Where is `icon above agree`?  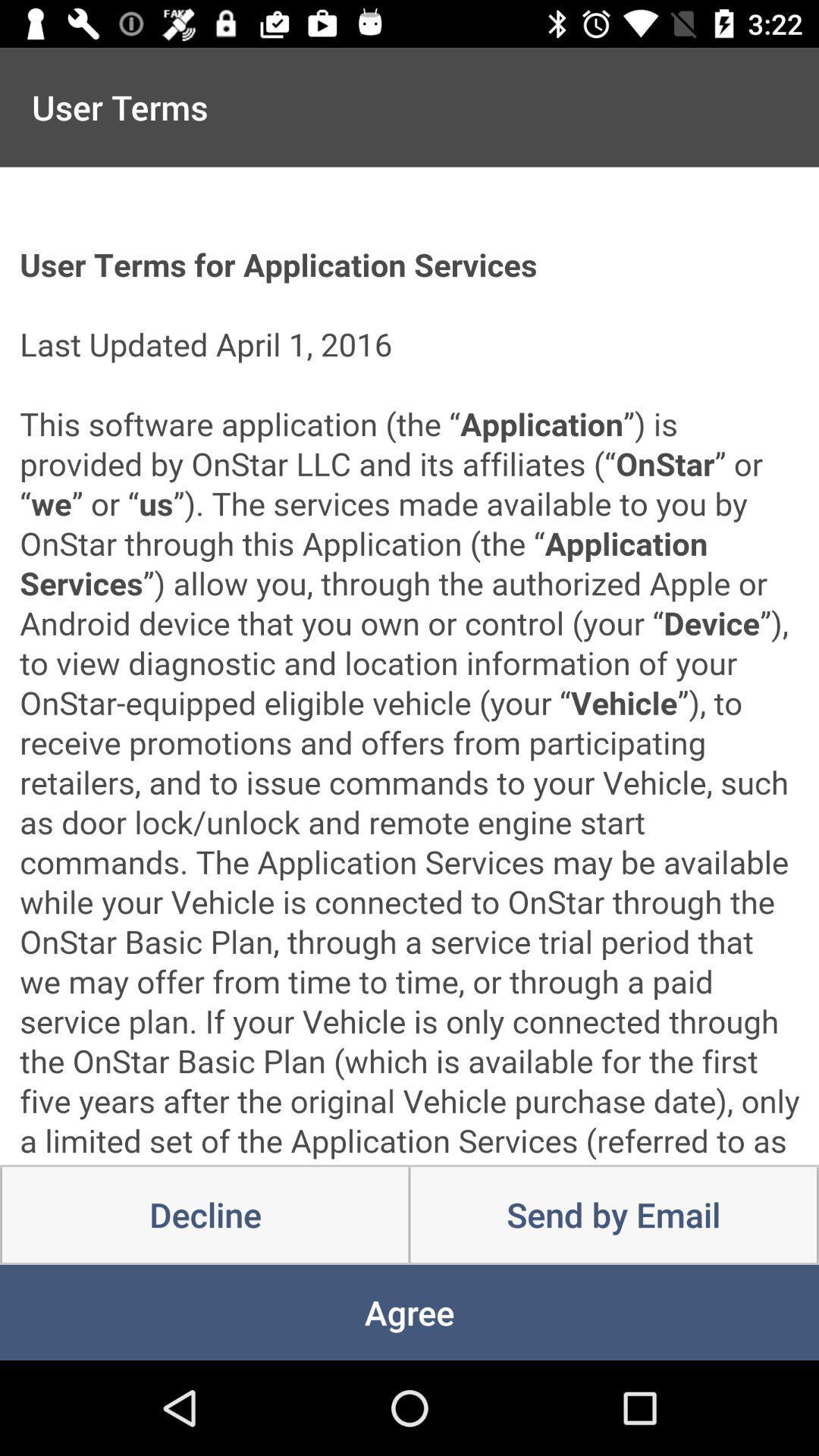
icon above agree is located at coordinates (205, 1215).